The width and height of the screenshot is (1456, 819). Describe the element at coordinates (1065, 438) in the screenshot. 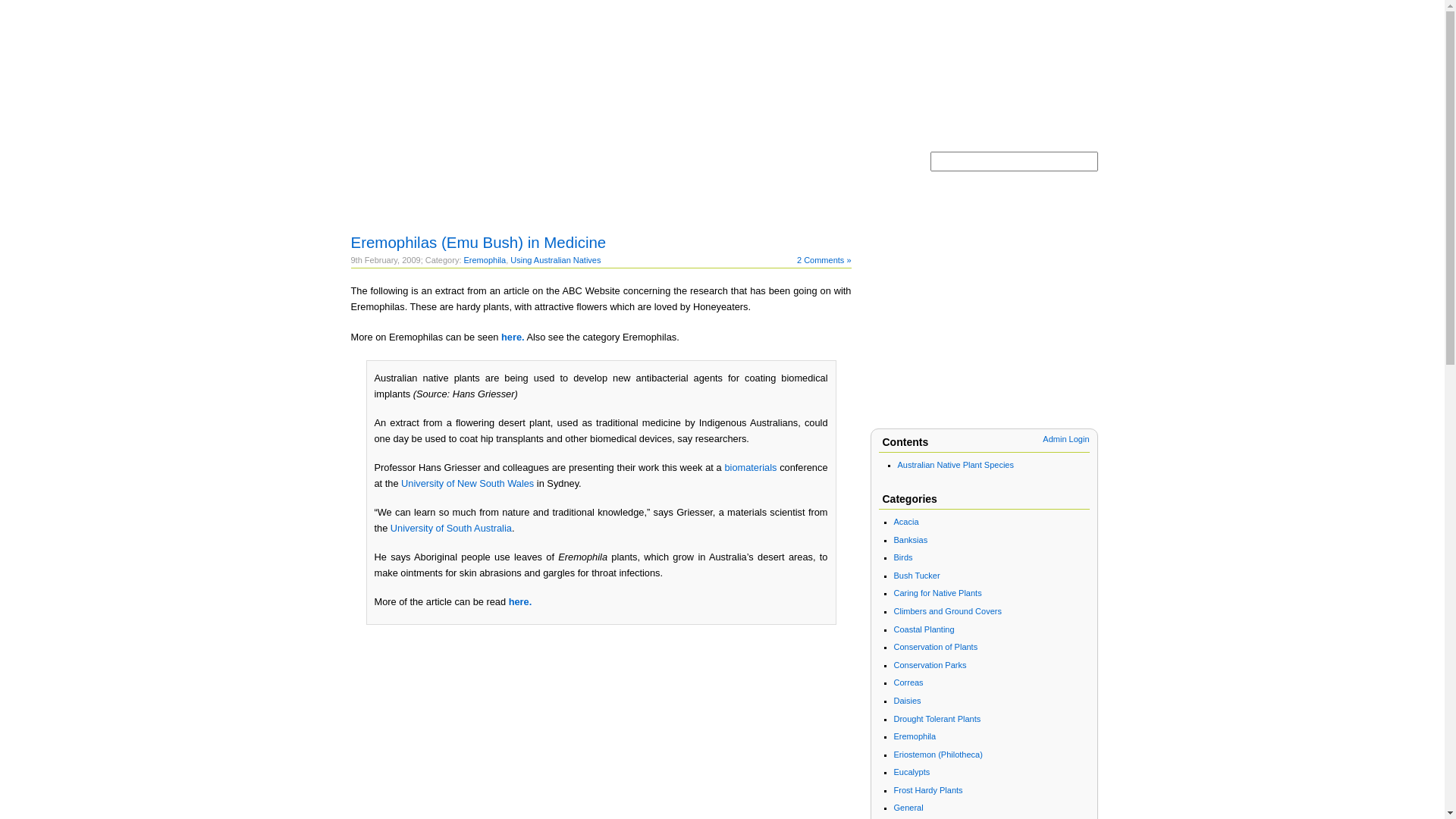

I see `'Admin Login'` at that location.